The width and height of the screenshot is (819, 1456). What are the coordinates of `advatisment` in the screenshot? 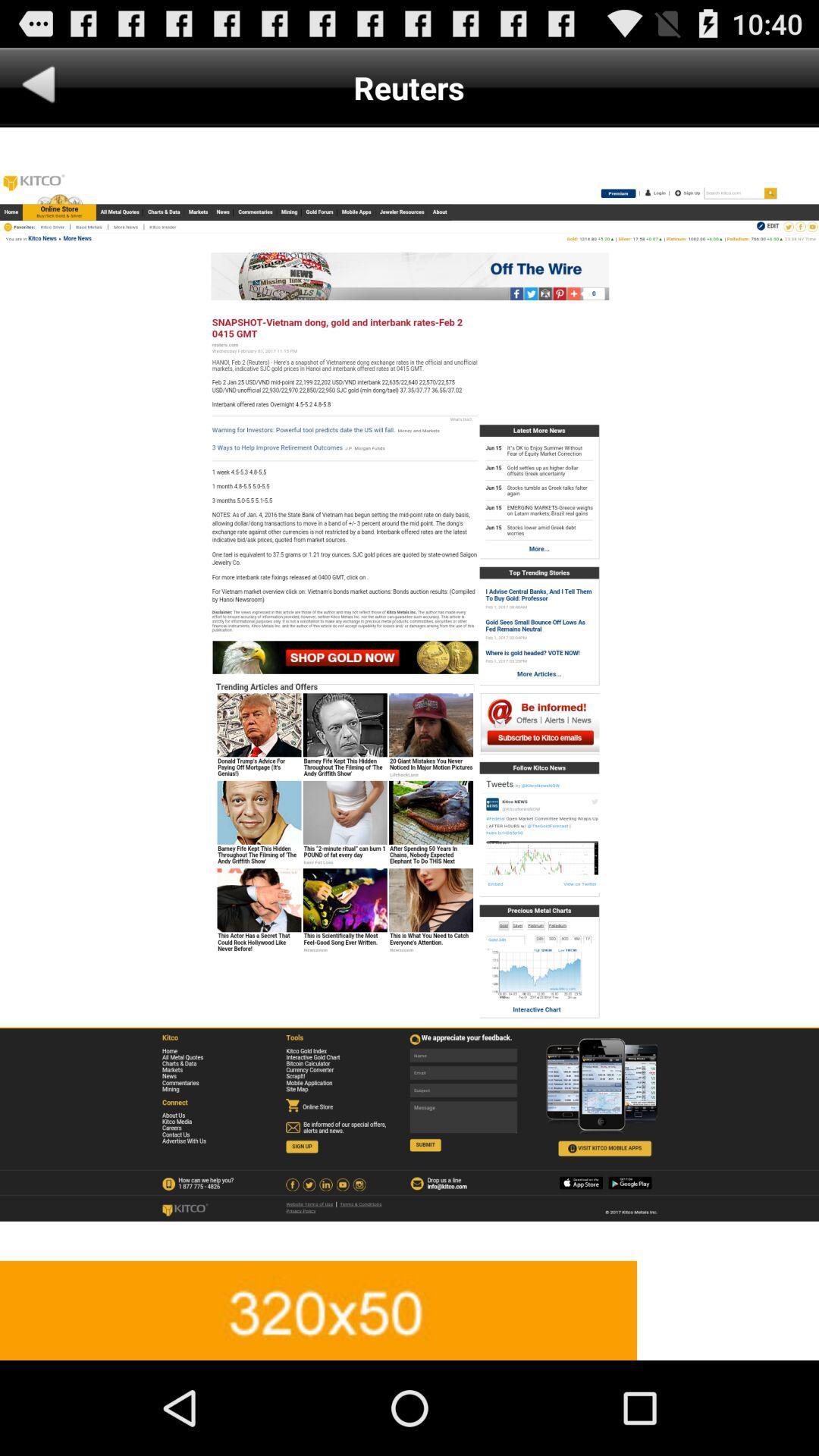 It's located at (409, 693).